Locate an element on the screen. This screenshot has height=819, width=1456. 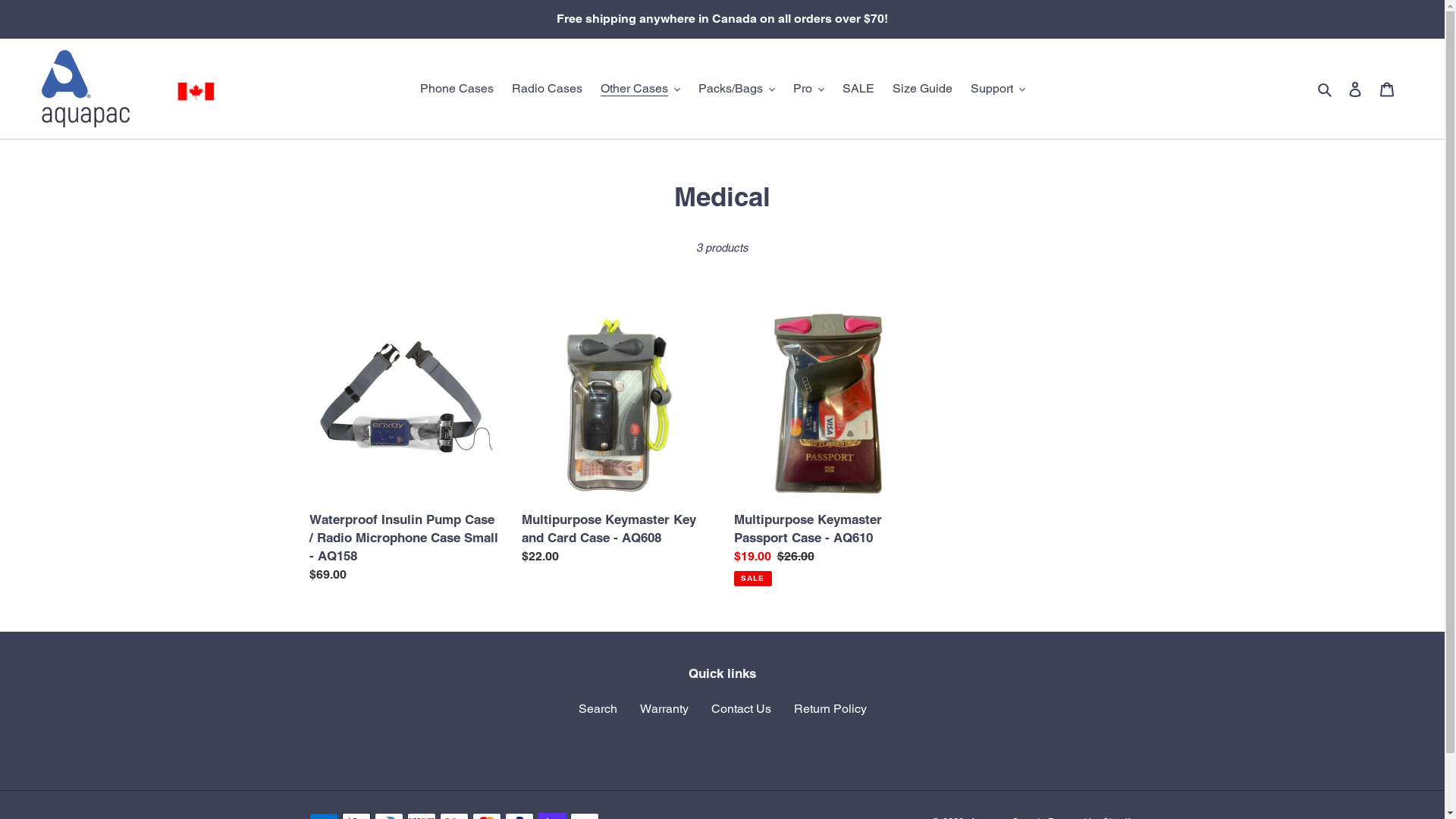
'Search' is located at coordinates (596, 708).